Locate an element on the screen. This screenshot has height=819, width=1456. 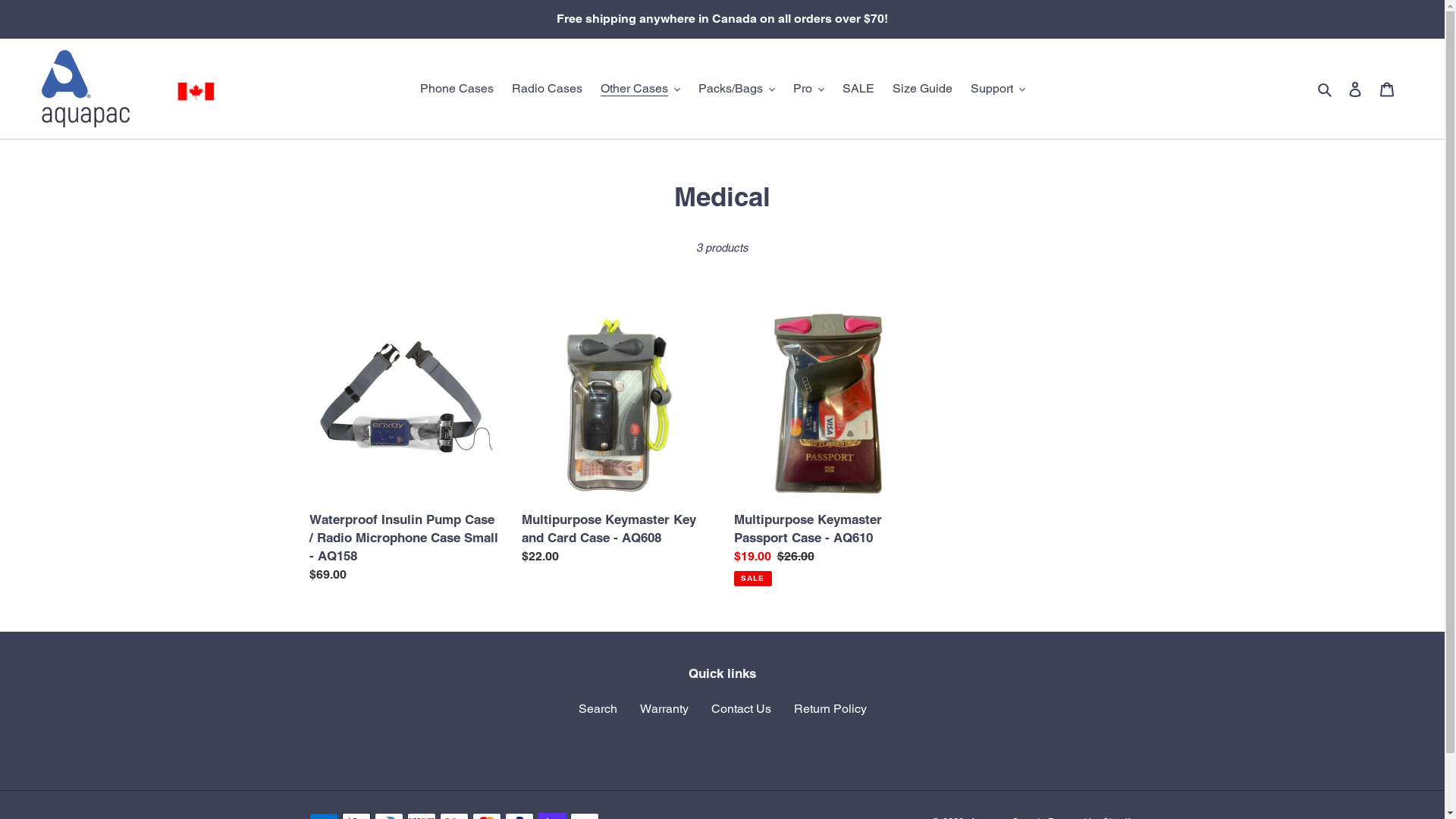
'Search' is located at coordinates (596, 708).